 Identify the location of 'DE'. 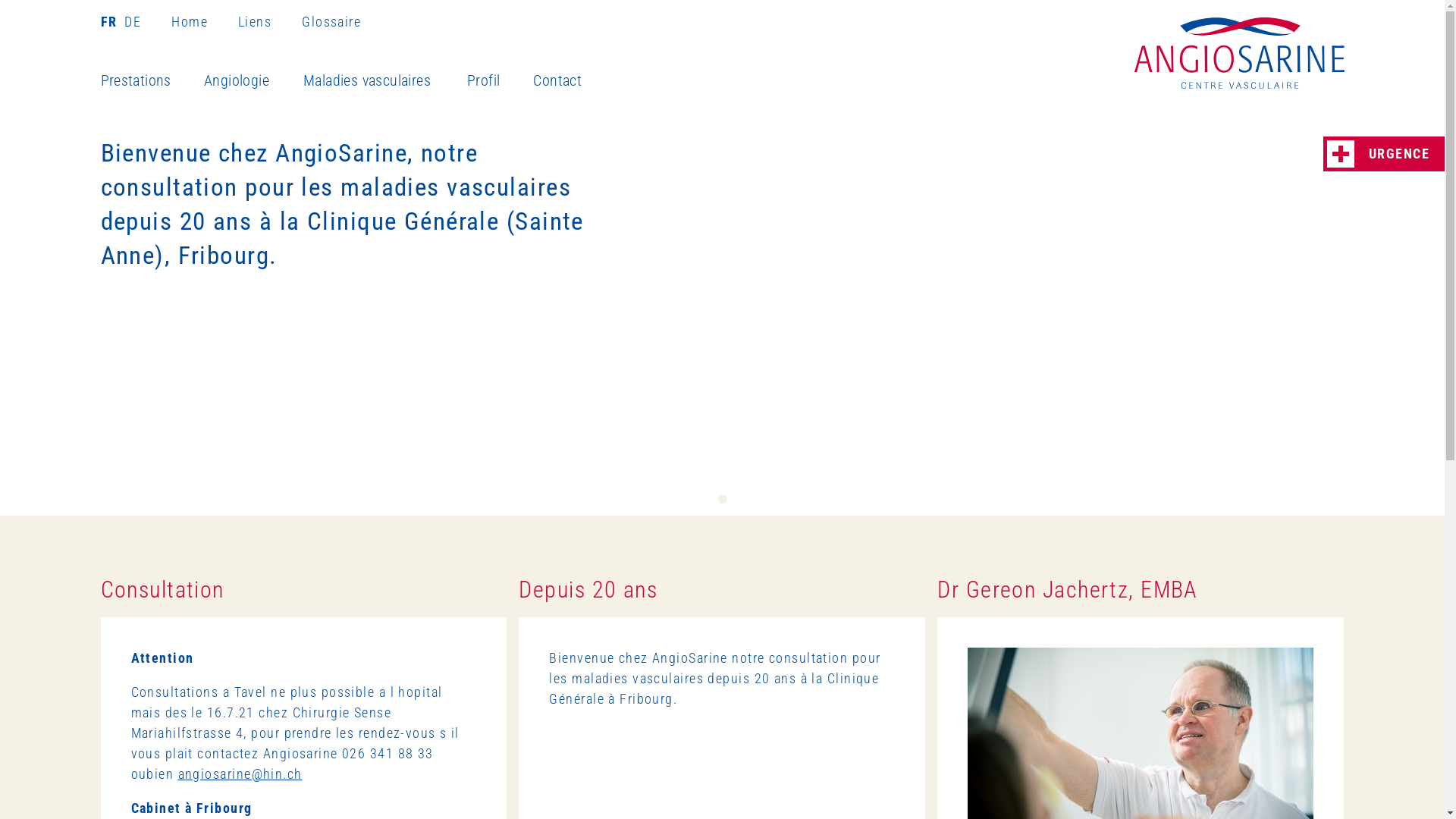
(119, 21).